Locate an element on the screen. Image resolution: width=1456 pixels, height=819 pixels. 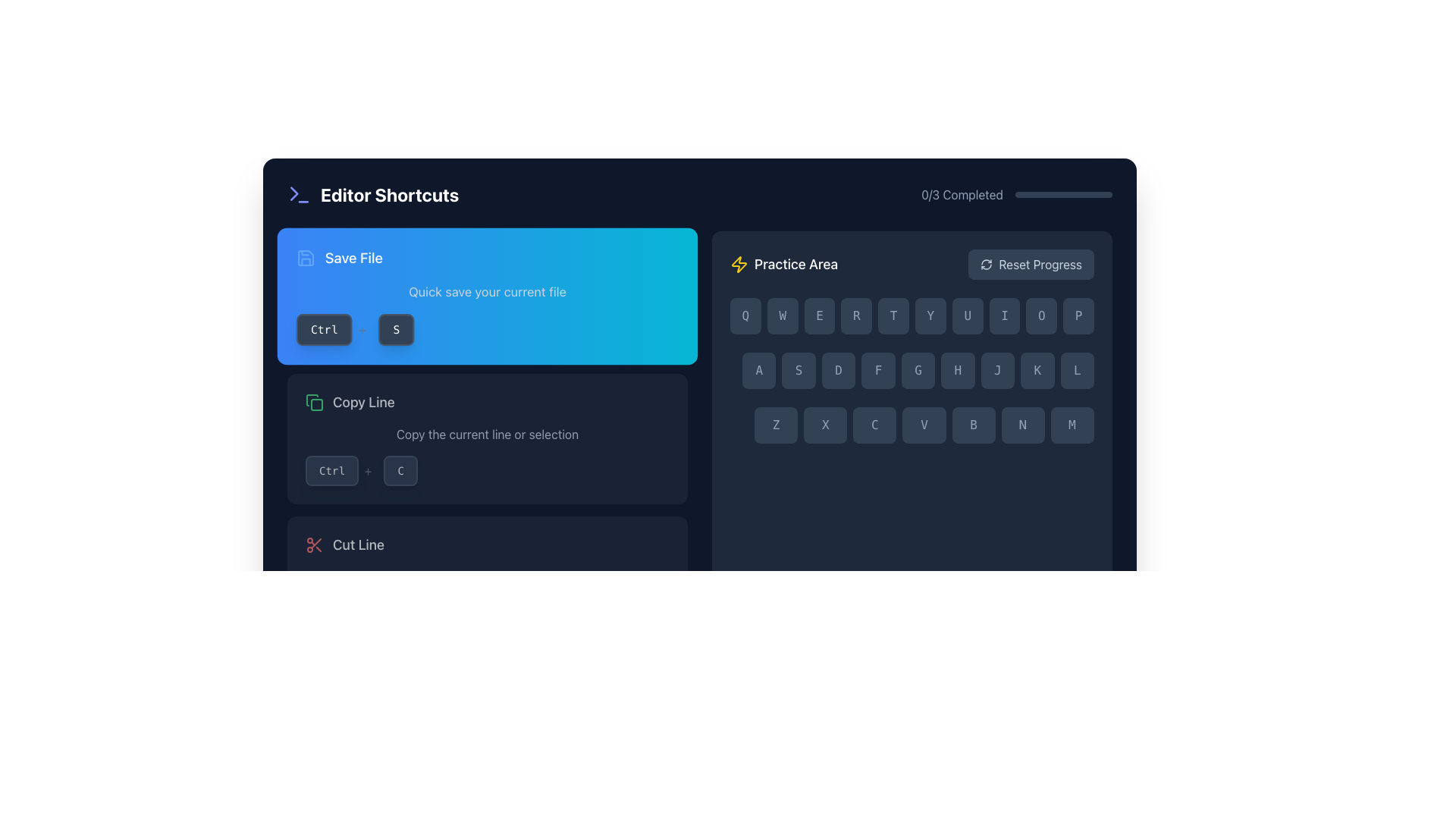
the seventh button in the second row of the keyboard-like arrangement in the 'Practice Area' to input the letter 'J' is located at coordinates (997, 371).